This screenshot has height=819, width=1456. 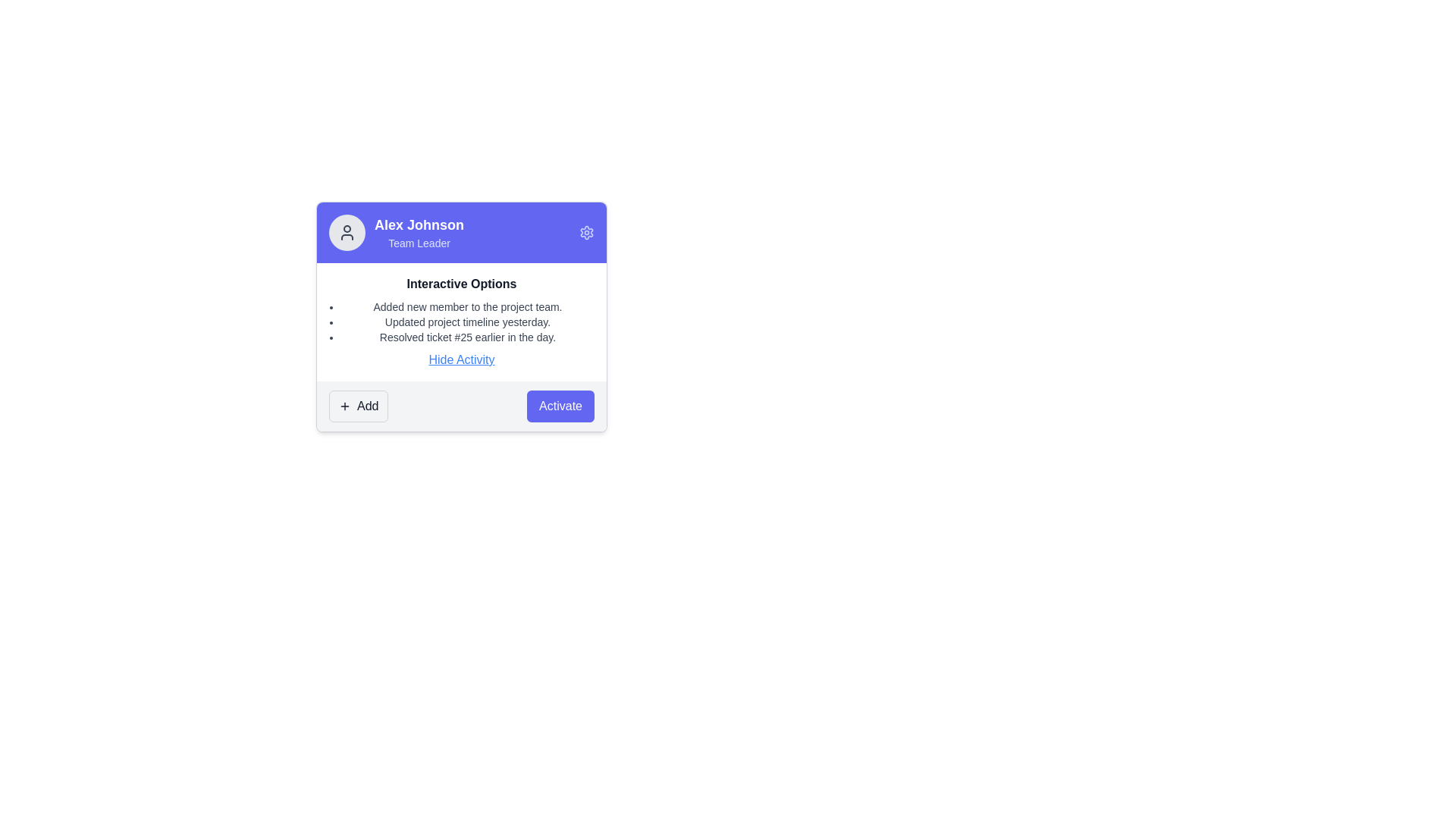 I want to click on the 'Hide Activity' link element, so click(x=461, y=359).